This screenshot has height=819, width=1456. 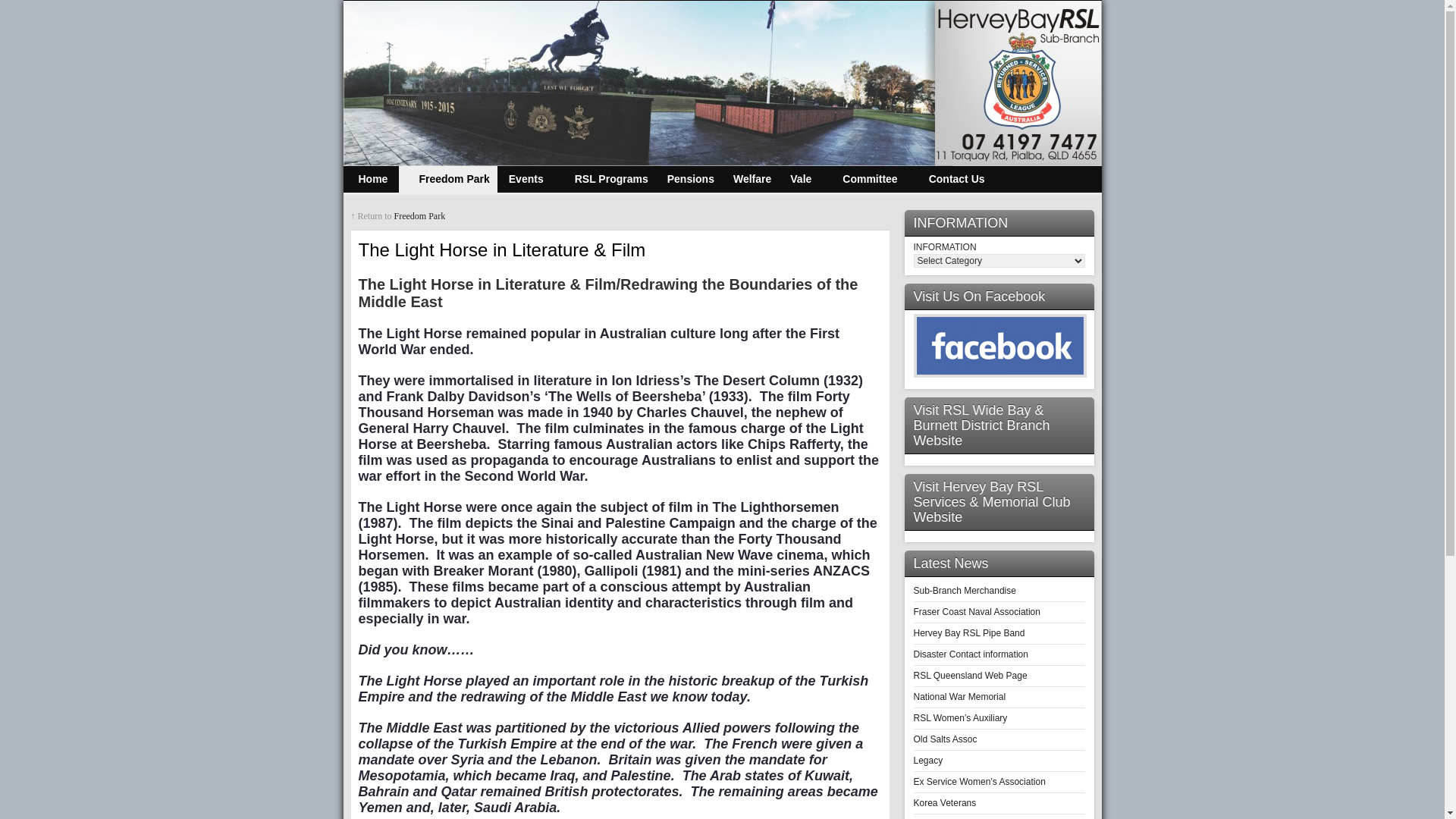 What do you see at coordinates (949, 178) in the screenshot?
I see `'Contact Us'` at bounding box center [949, 178].